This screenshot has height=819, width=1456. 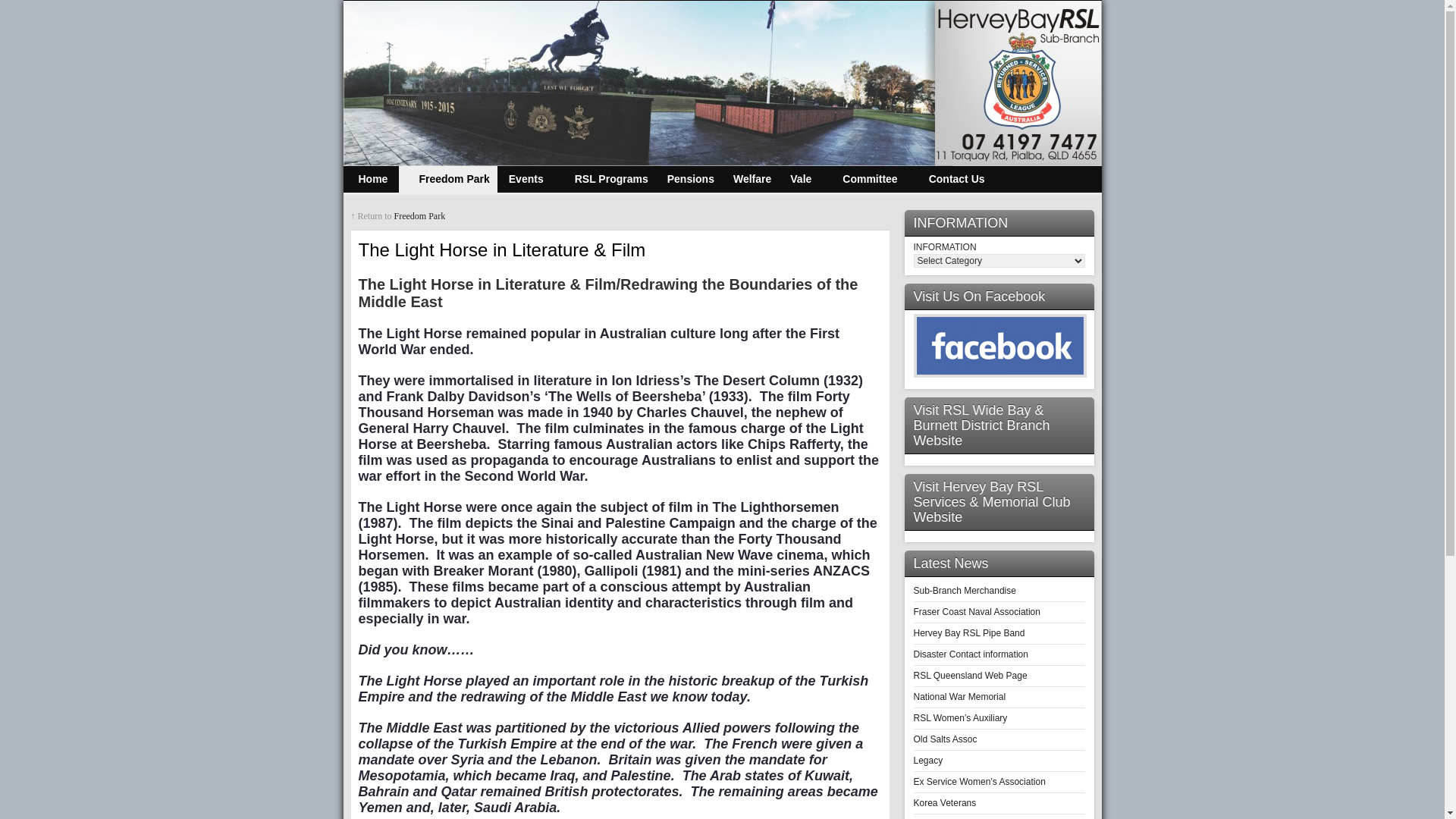 What do you see at coordinates (949, 178) in the screenshot?
I see `'Contact Us'` at bounding box center [949, 178].